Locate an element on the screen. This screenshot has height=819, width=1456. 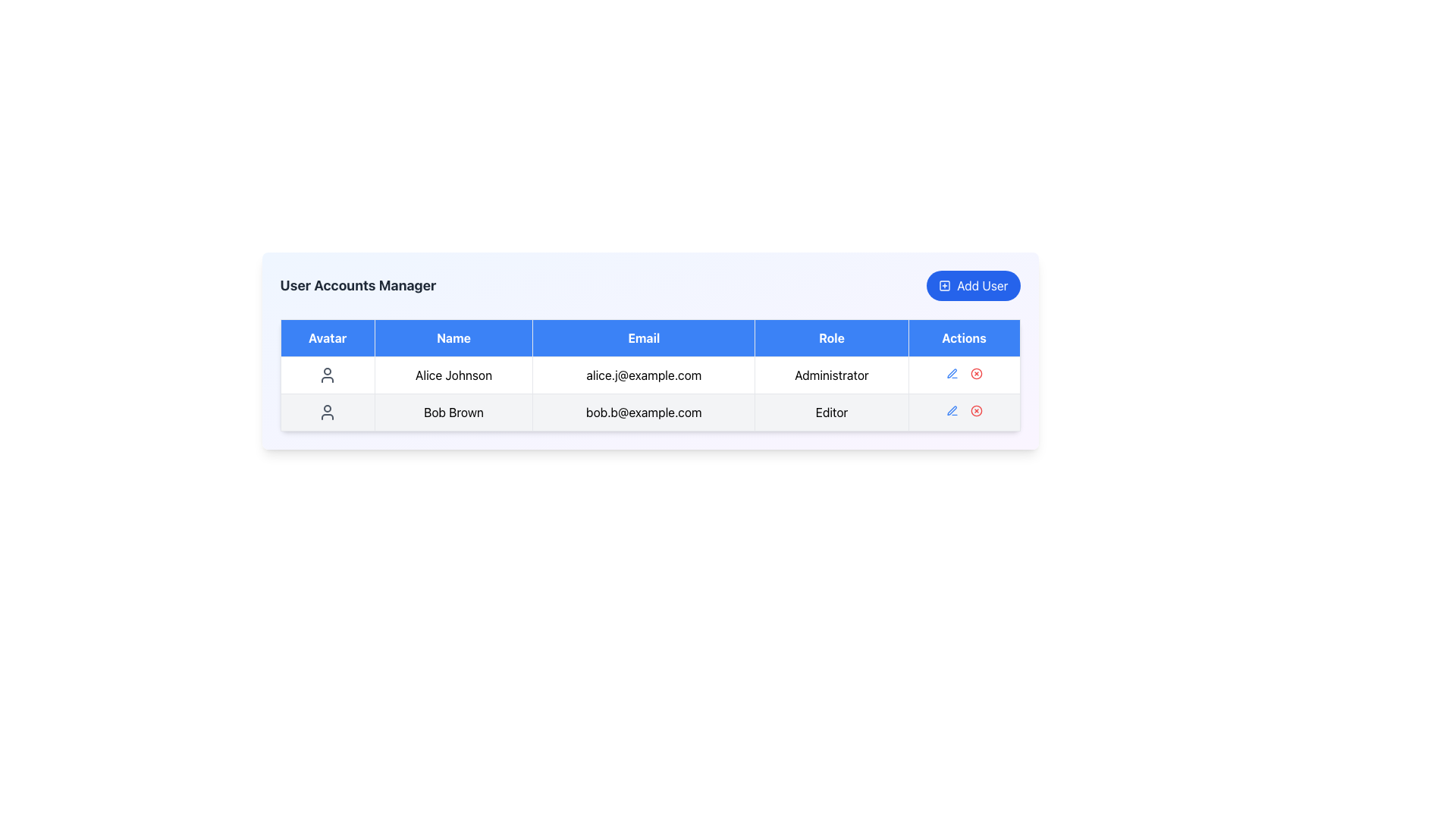
the Text Label displaying 'Bob Brown' in the User Accounts Manager table, located in the second row, second column under the 'Name' header is located at coordinates (453, 412).